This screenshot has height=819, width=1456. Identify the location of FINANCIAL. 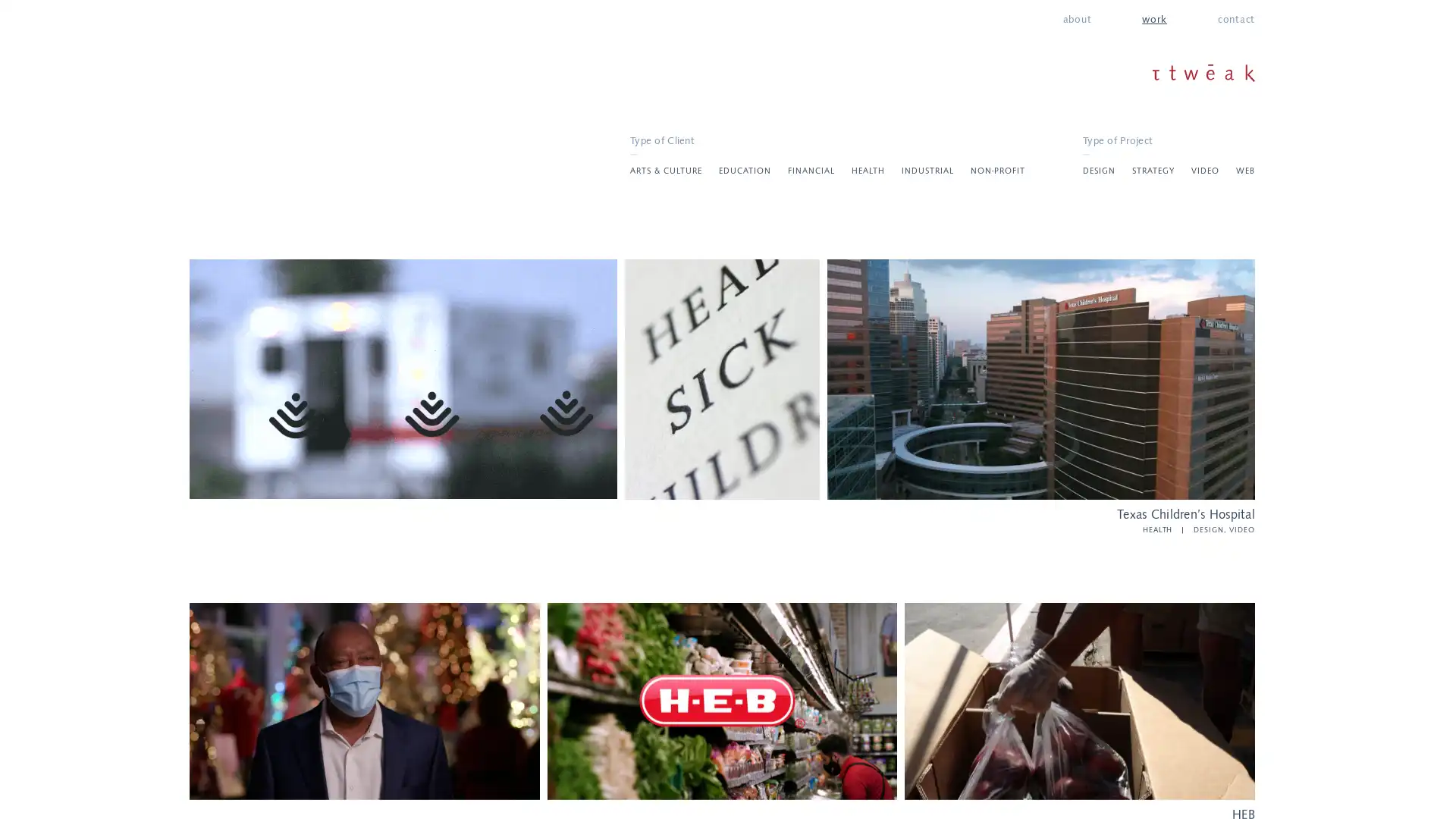
(811, 171).